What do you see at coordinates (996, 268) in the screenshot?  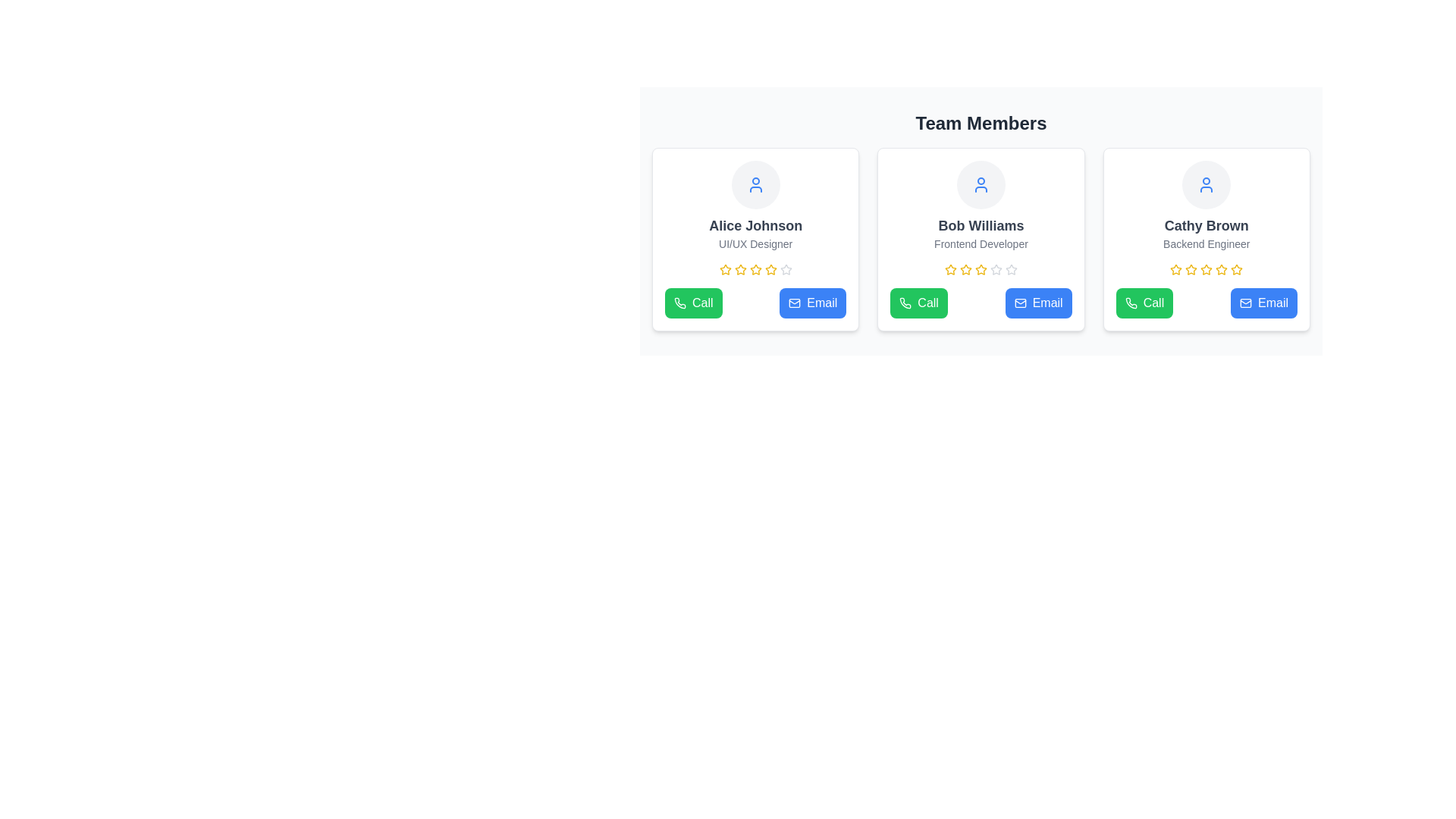 I see `the third star icon from the left in the horizontal row of star icons under the profile card for 'Bob Williams' to rate it` at bounding box center [996, 268].